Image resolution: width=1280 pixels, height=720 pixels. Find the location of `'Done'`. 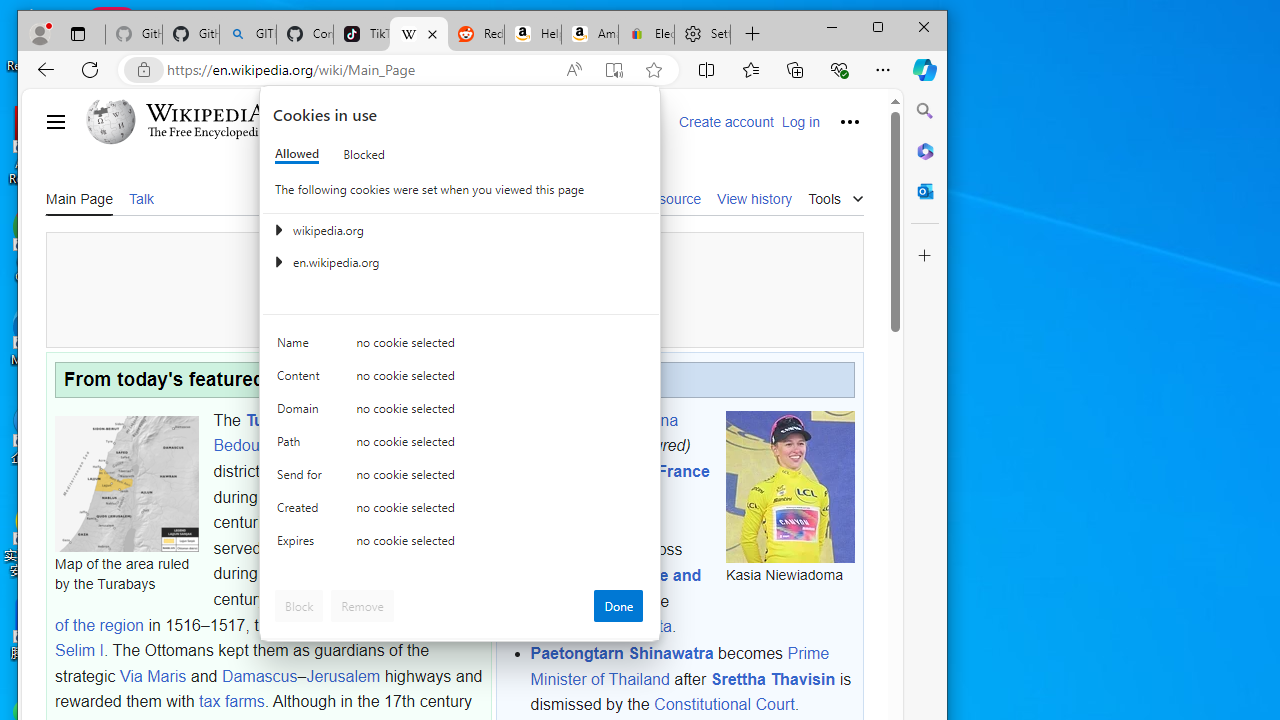

'Done' is located at coordinates (617, 604).